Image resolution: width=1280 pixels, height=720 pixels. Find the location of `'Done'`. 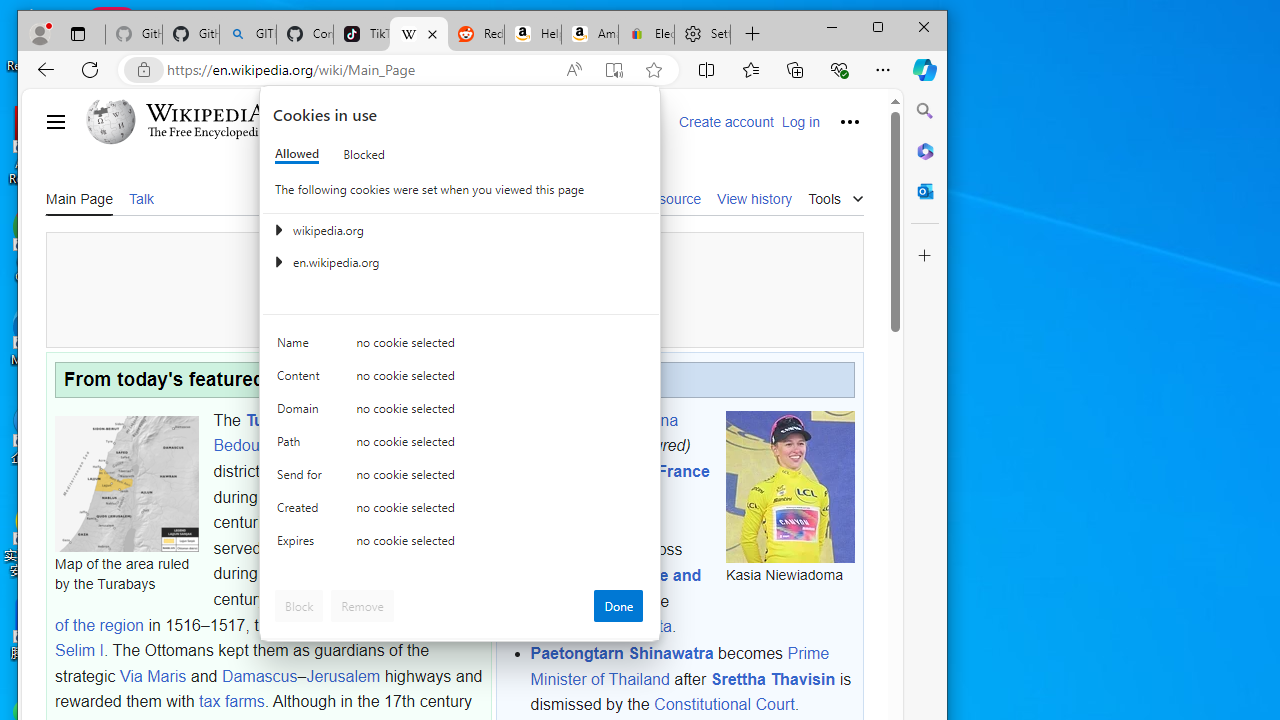

'Done' is located at coordinates (617, 604).